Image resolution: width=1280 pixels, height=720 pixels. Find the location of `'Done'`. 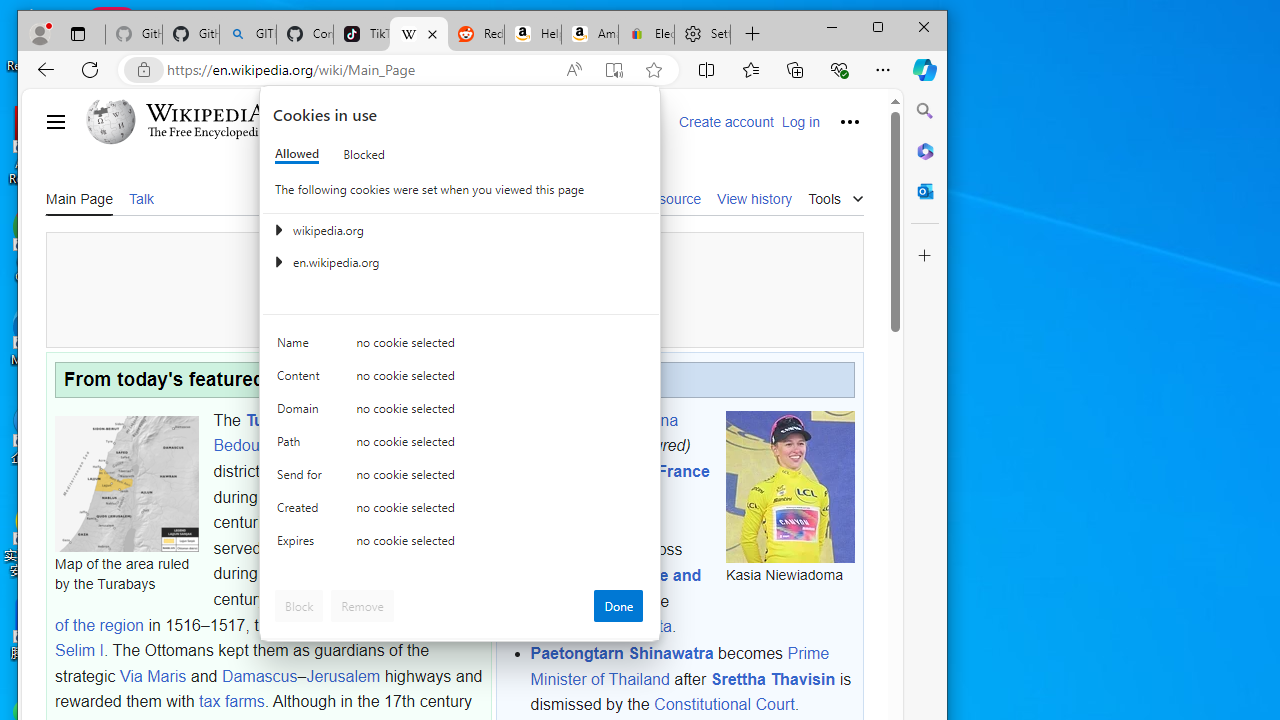

'Done' is located at coordinates (617, 604).